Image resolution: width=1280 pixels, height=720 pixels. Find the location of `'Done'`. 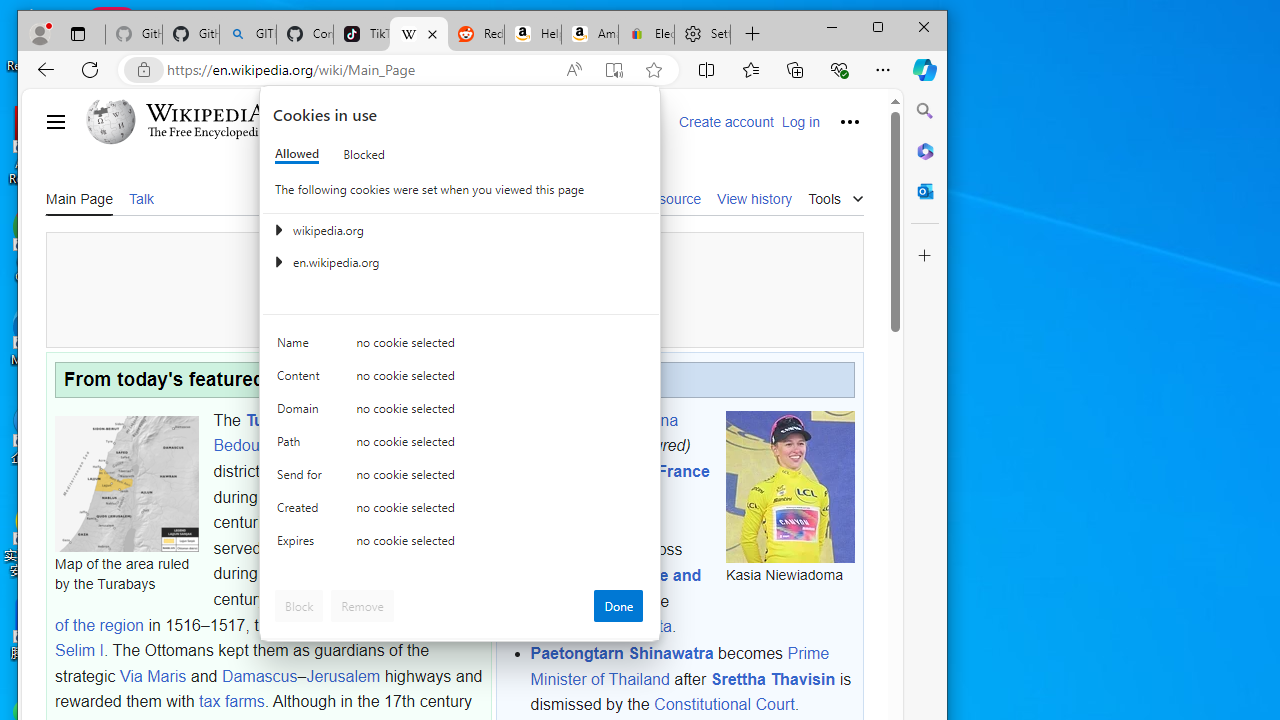

'Done' is located at coordinates (617, 604).